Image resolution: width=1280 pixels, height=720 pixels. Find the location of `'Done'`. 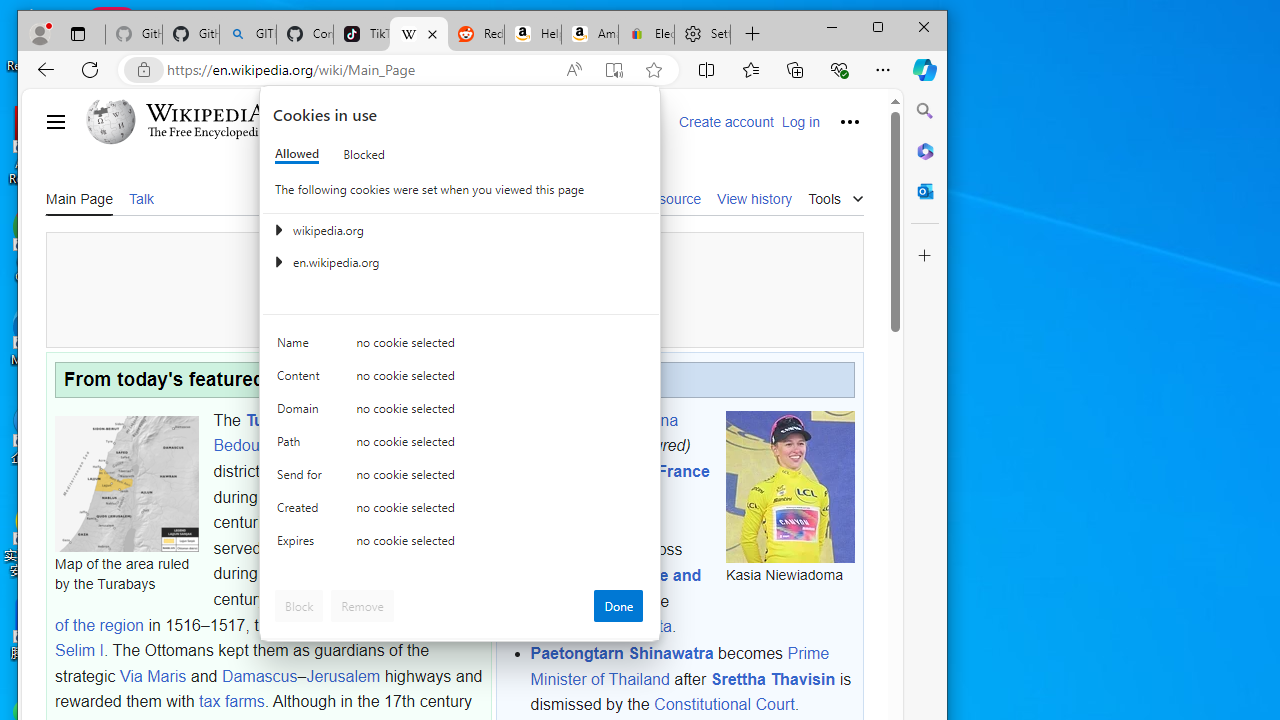

'Done' is located at coordinates (617, 604).